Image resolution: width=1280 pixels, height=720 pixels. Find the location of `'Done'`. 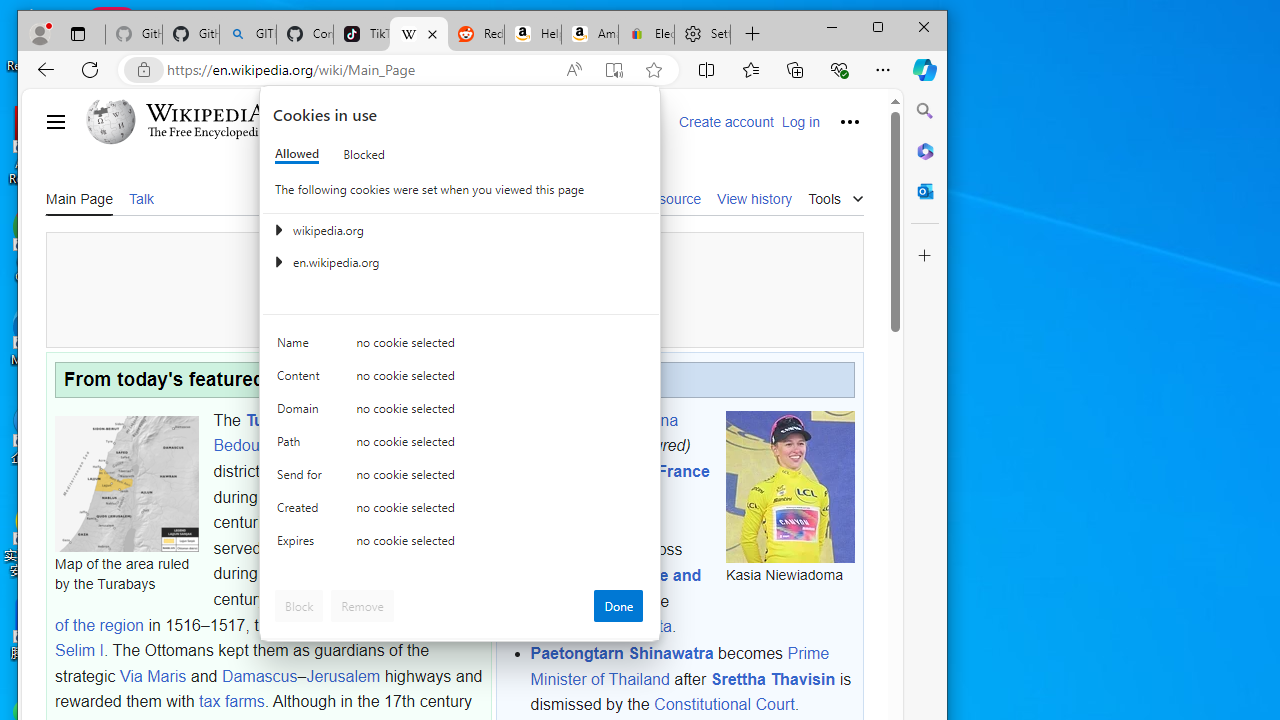

'Done' is located at coordinates (617, 604).